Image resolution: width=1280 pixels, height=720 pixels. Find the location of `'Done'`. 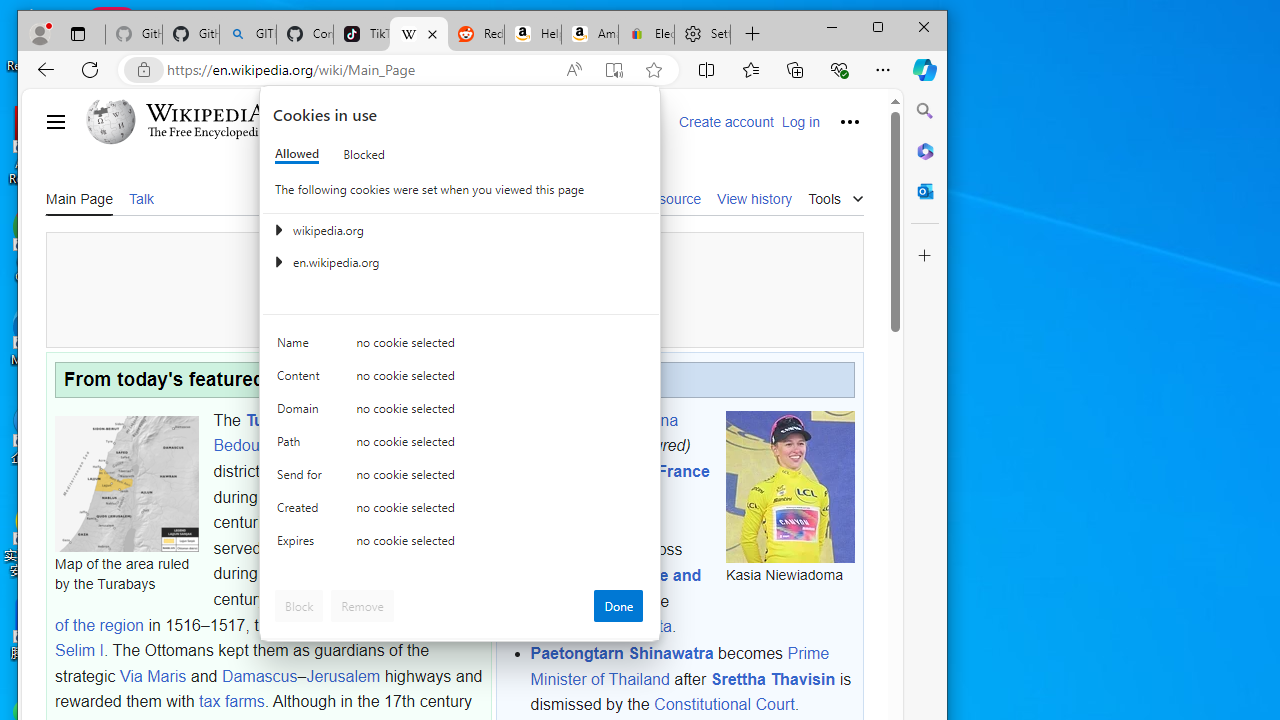

'Done' is located at coordinates (617, 604).